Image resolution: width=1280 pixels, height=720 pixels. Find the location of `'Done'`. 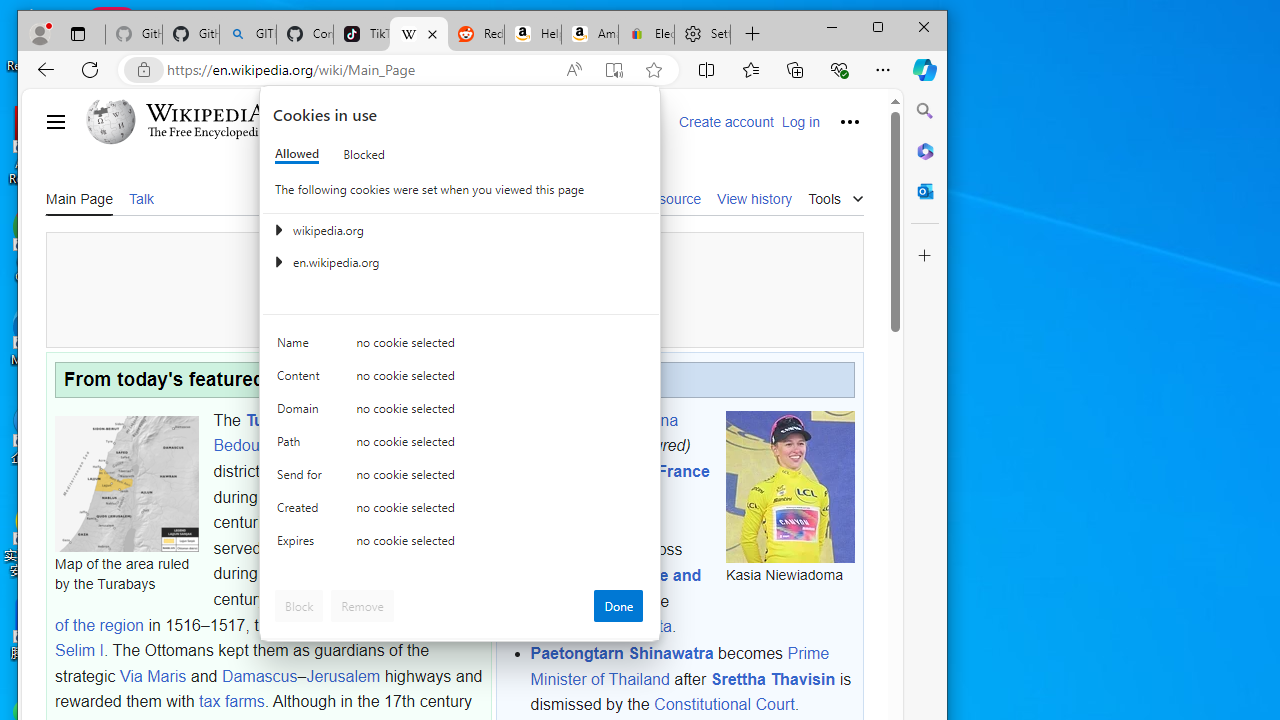

'Done' is located at coordinates (617, 604).